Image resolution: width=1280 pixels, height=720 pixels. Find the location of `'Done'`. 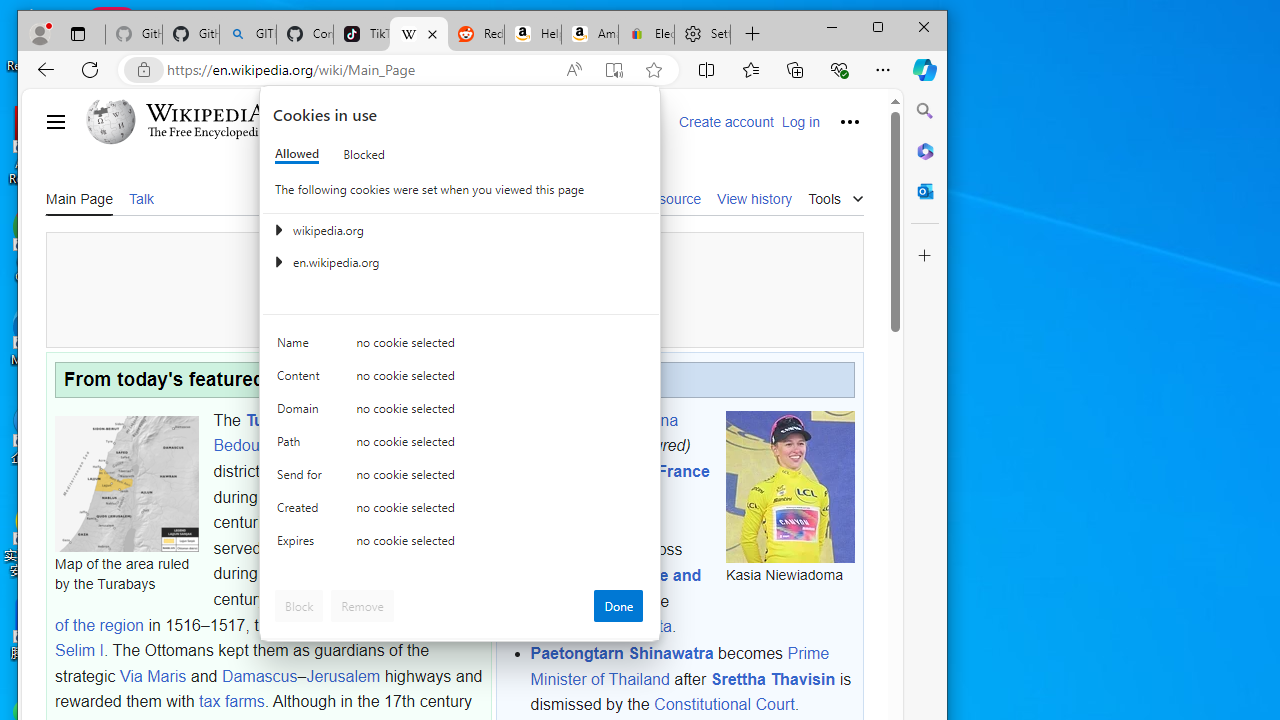

'Done' is located at coordinates (617, 604).